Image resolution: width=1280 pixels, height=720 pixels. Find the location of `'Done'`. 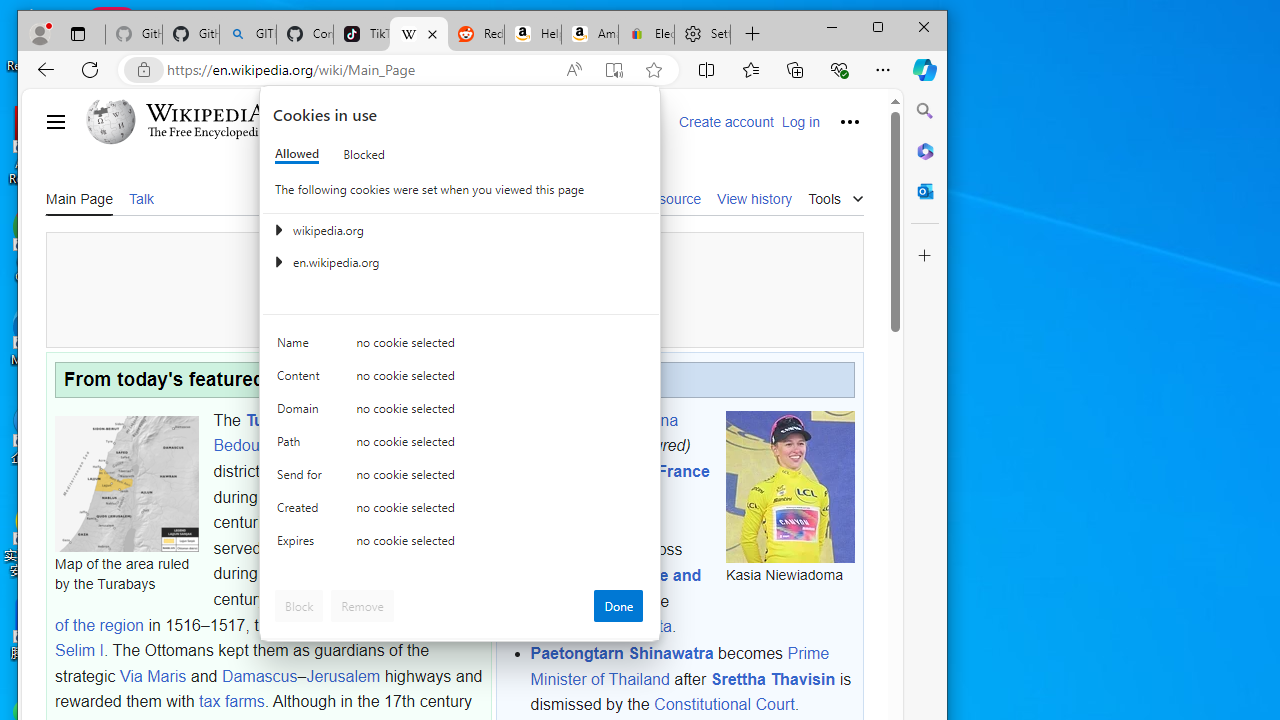

'Done' is located at coordinates (617, 604).